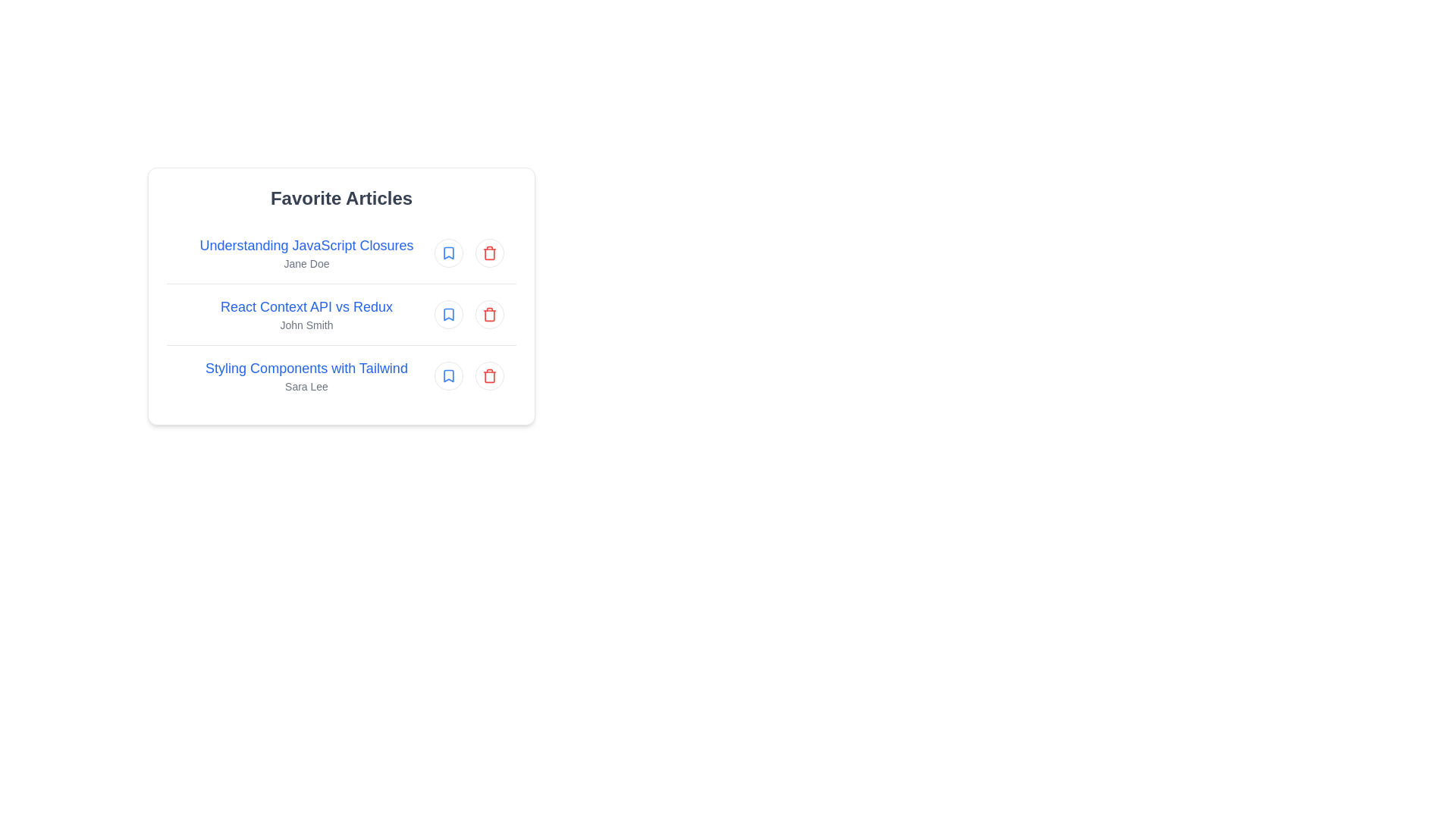 The height and width of the screenshot is (819, 1456). Describe the element at coordinates (340, 253) in the screenshot. I see `the article entry titled 'Understanding JavaScript Closures'` at that location.